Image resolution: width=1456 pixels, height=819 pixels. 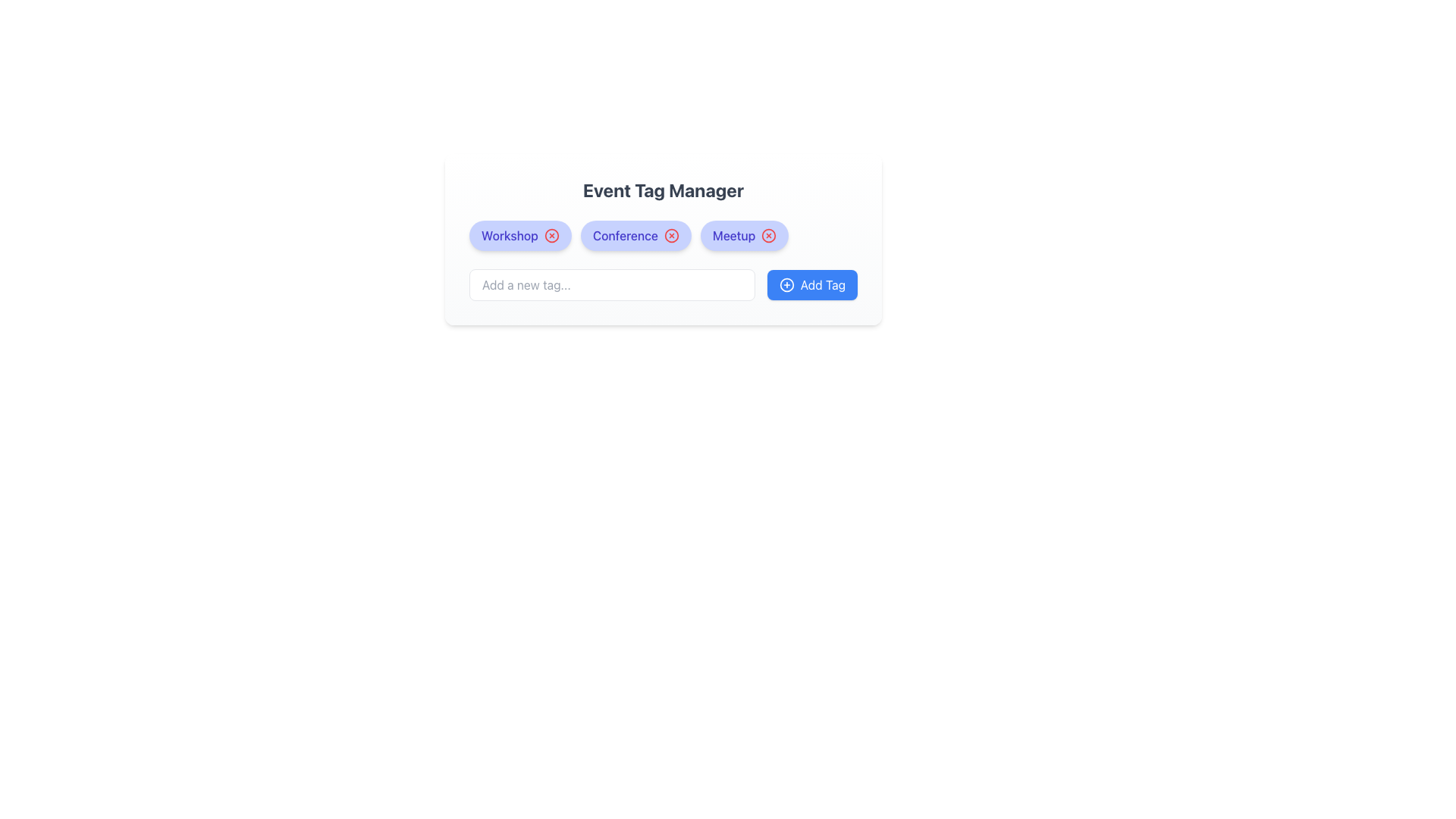 I want to click on the circular outline of the plus icon associated with the 'Add Tag' button, located to the left of the button, so click(x=786, y=284).